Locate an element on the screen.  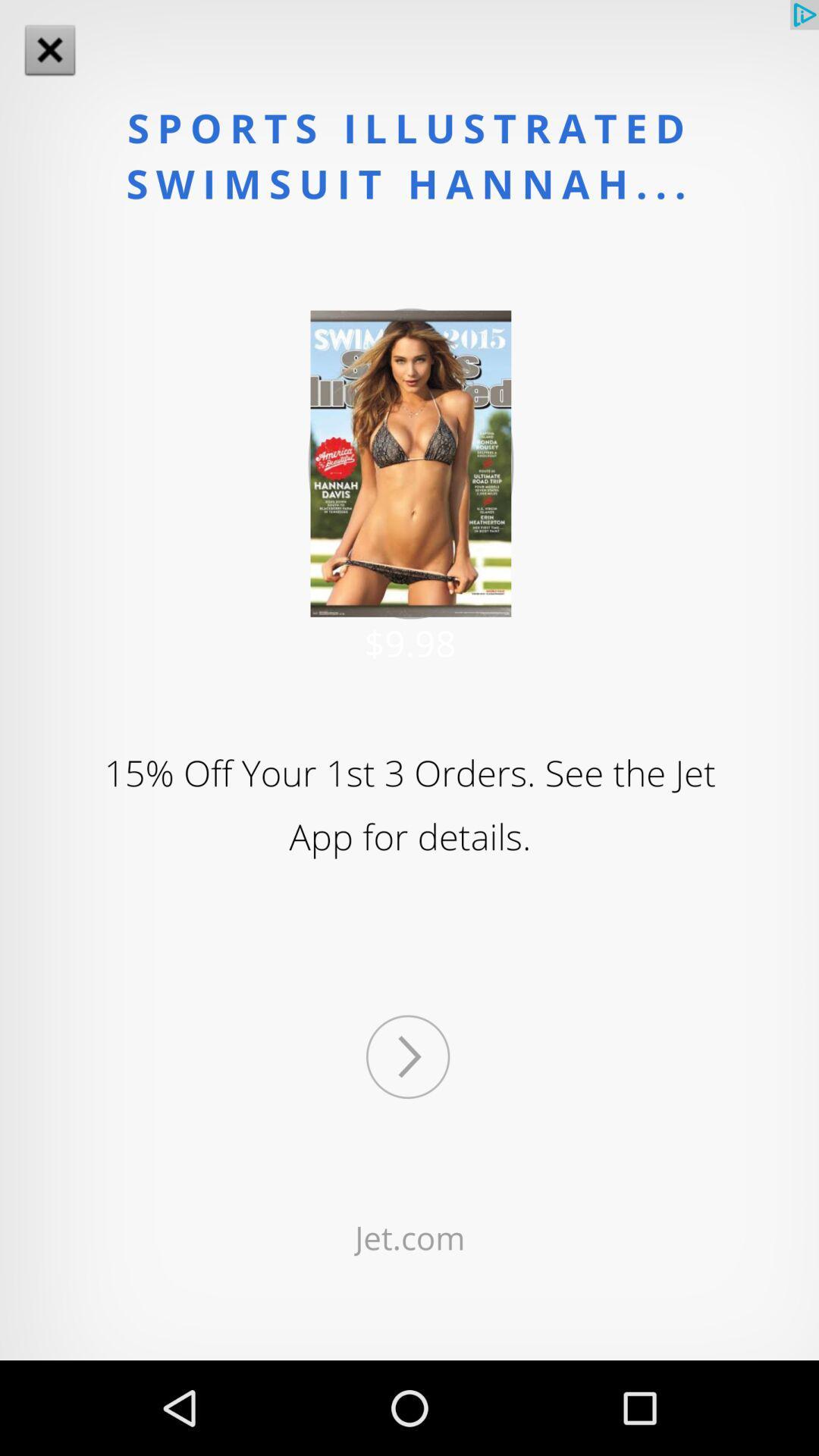
the close icon is located at coordinates (49, 53).